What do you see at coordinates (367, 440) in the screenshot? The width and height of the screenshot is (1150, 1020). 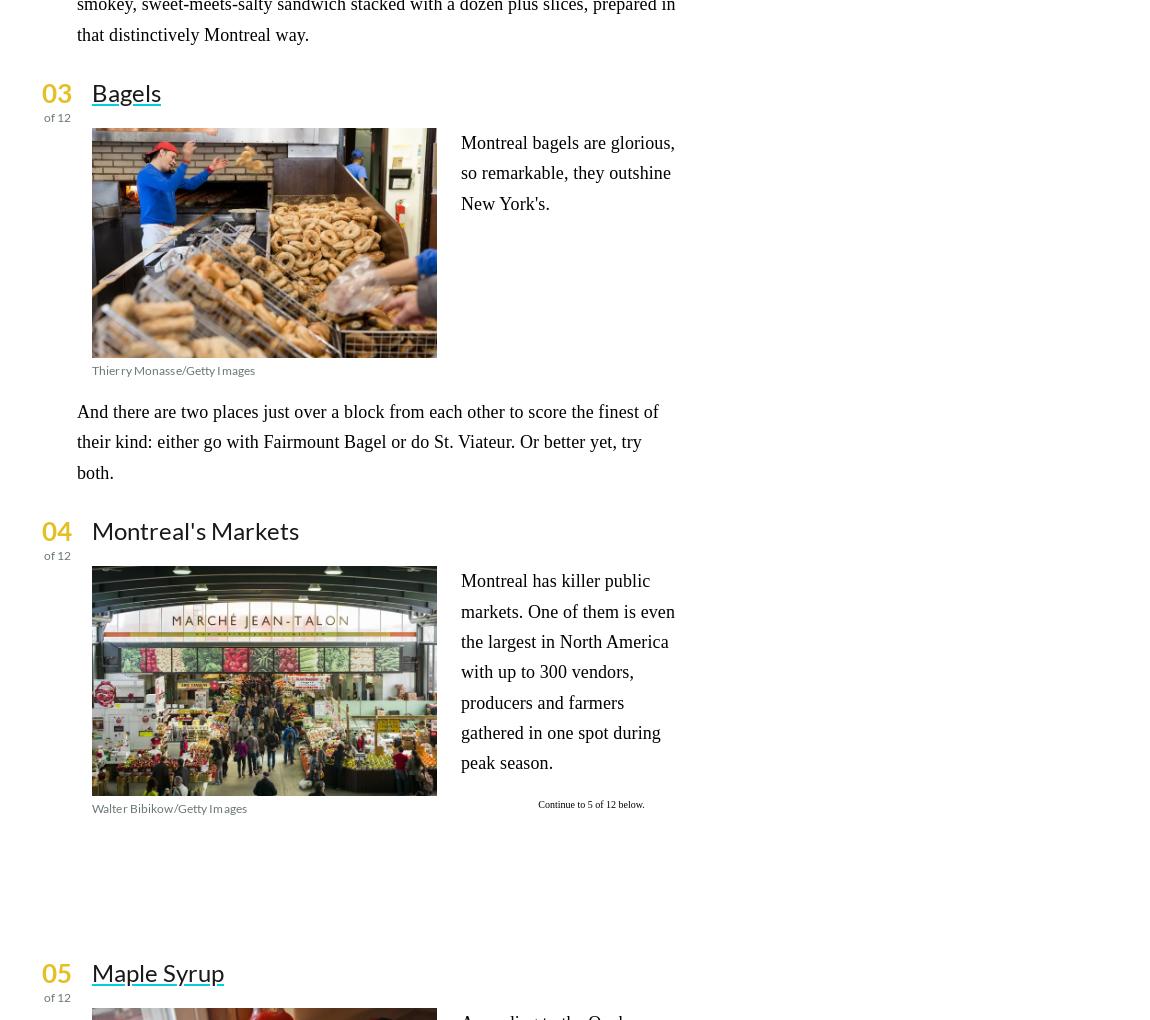 I see `'And there are two places just over a block from each other to score the finest of their kind: either go with Fairmount Bagel or do St. Viateur. Or better yet, try both.'` at bounding box center [367, 440].